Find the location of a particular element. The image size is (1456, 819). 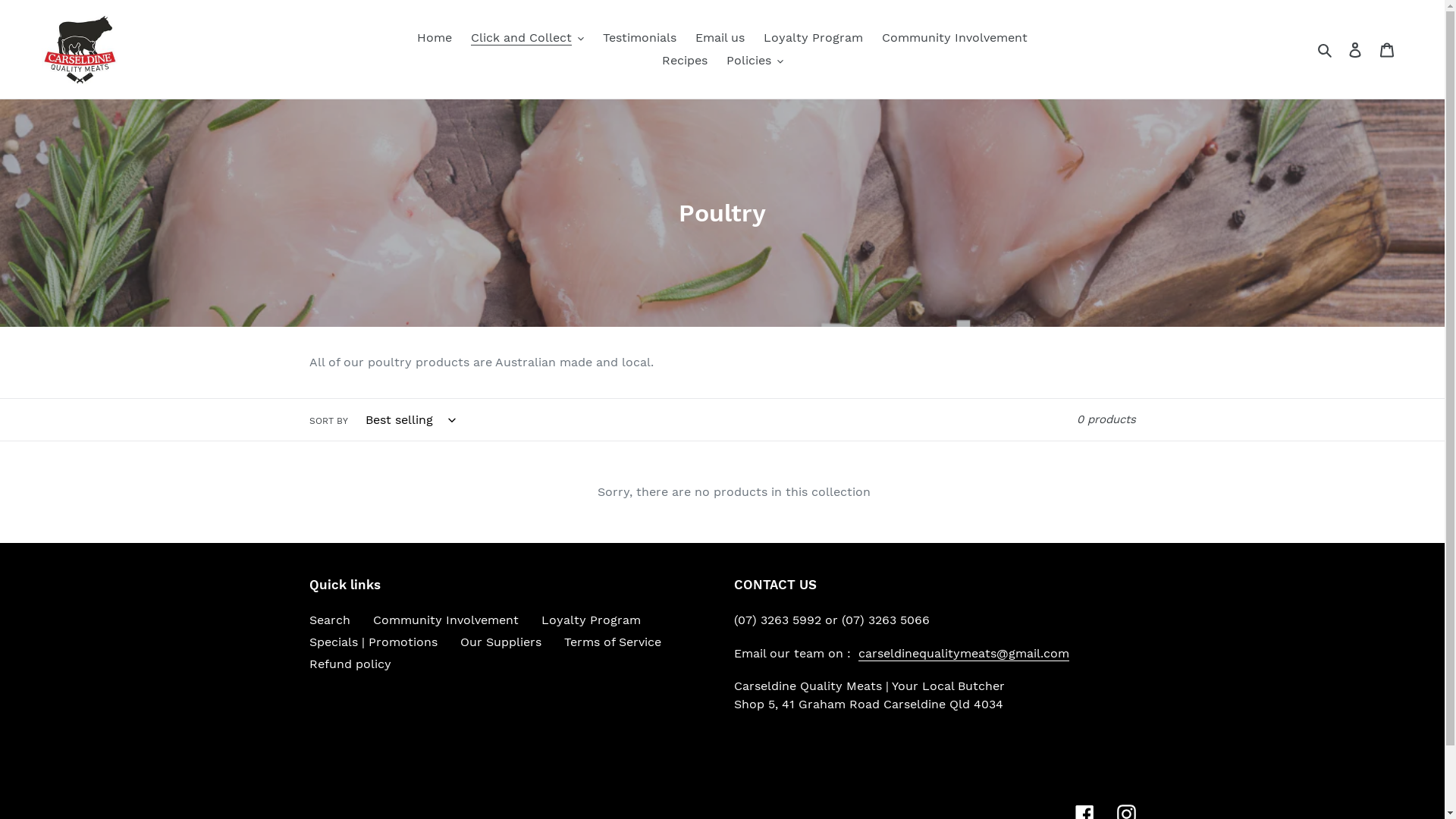

'Specials | Promotions' is located at coordinates (373, 642).